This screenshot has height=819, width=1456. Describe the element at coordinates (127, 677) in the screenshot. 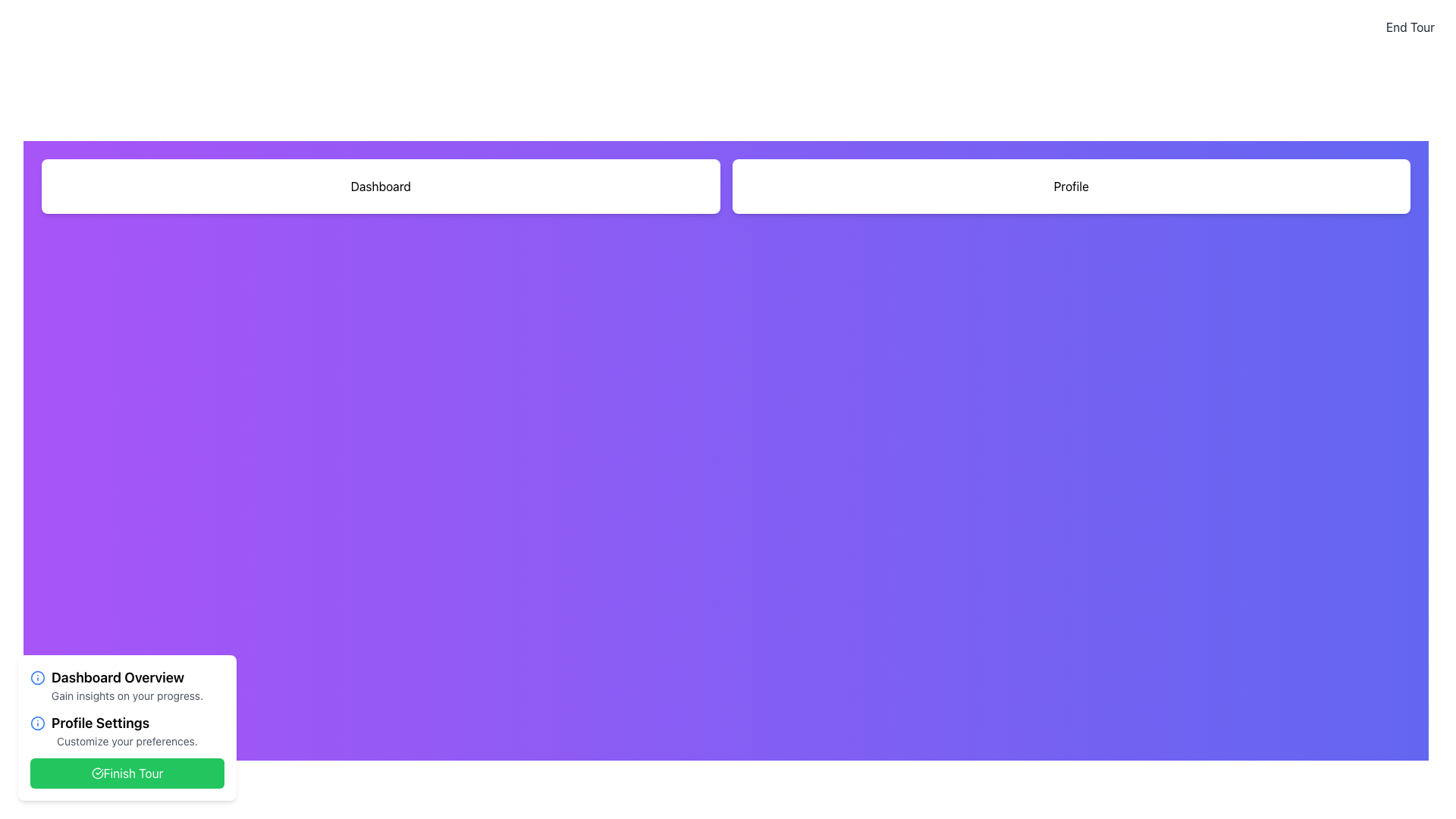

I see `text content 'Dashboard Overview' from the bold text with an information icon to its left, located at the top of the section` at that location.